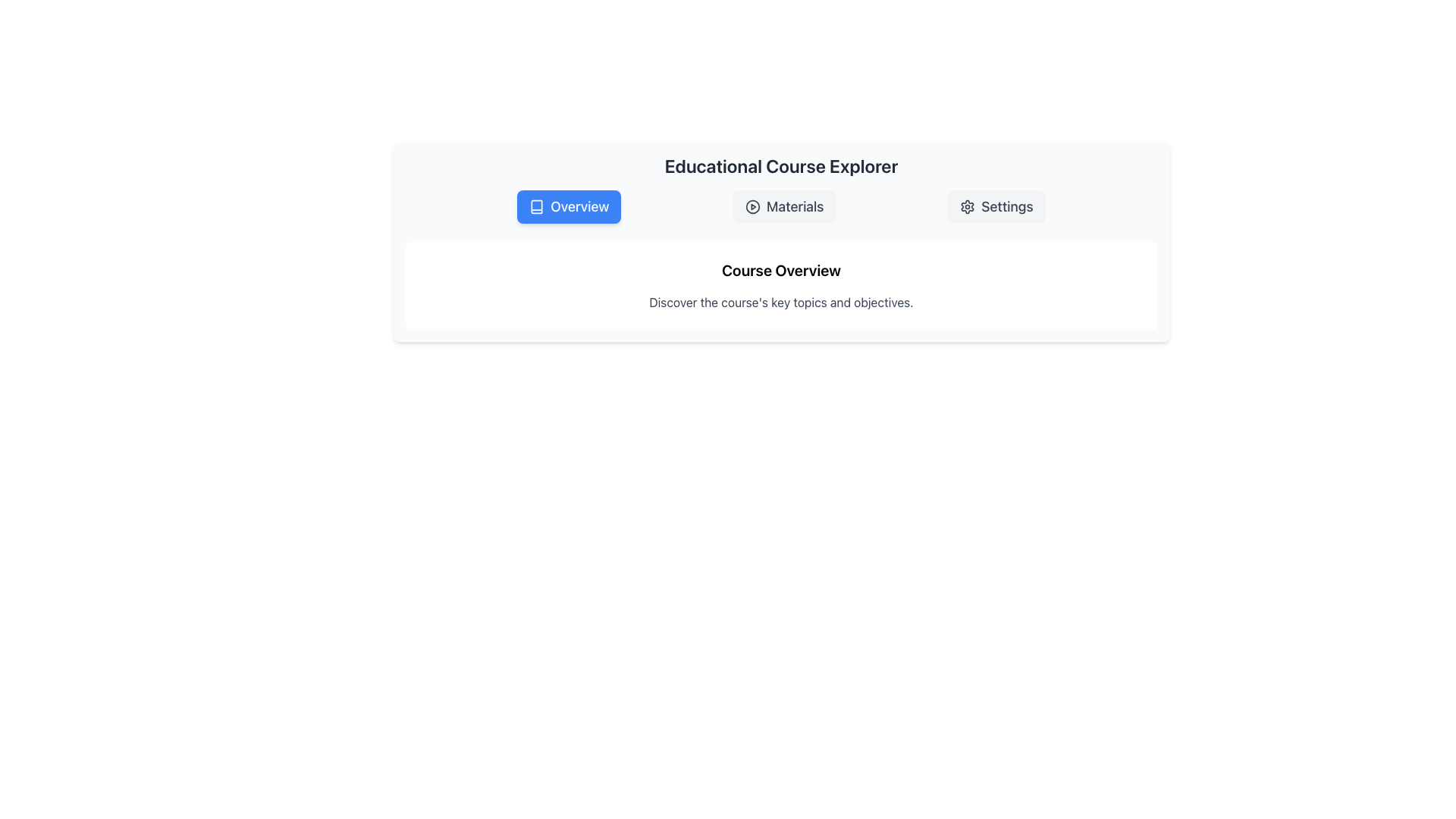  Describe the element at coordinates (784, 207) in the screenshot. I see `the button located between the 'Overview' button on its left and the 'Settings' button on its right` at that location.